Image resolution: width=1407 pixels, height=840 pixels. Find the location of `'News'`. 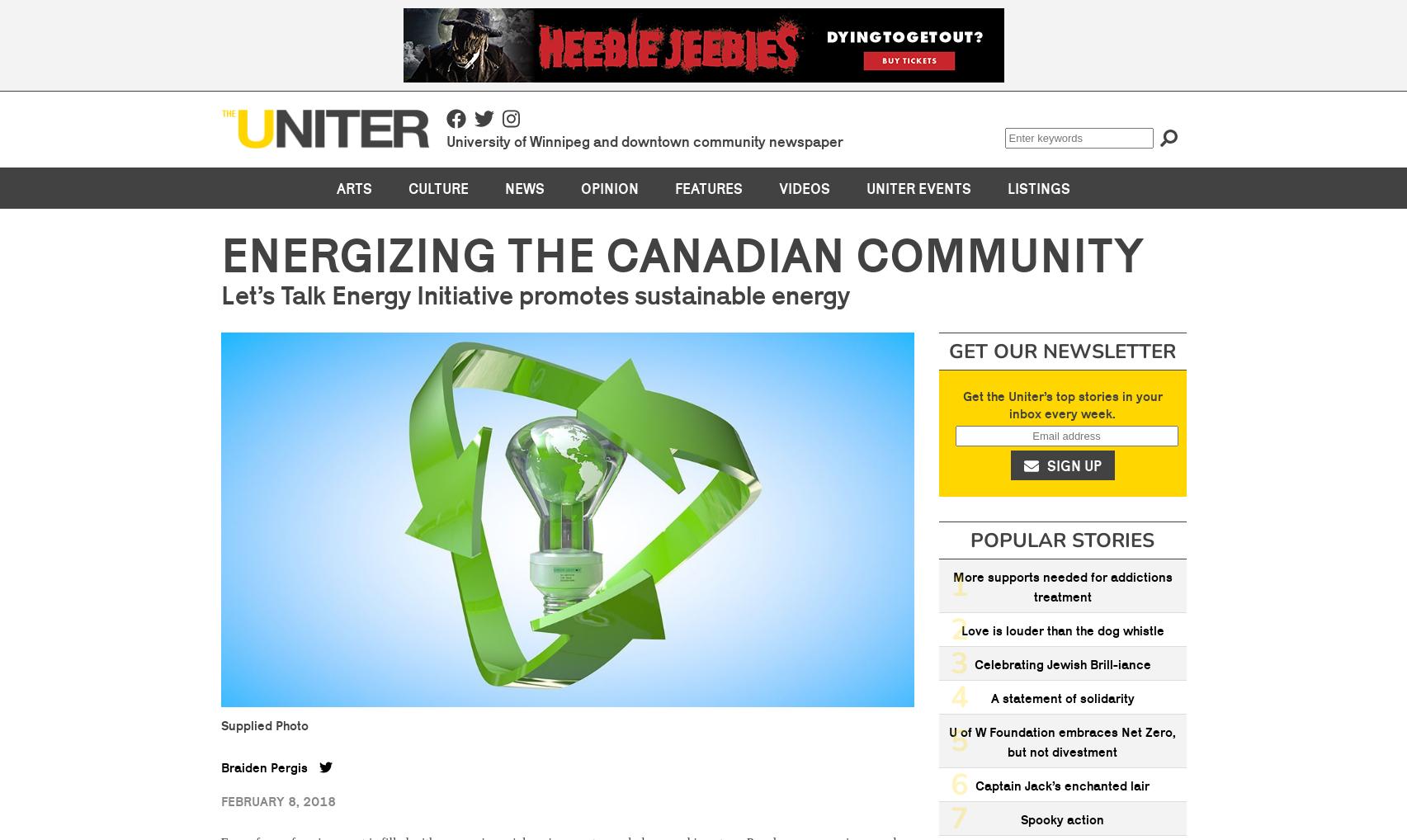

'News' is located at coordinates (524, 186).